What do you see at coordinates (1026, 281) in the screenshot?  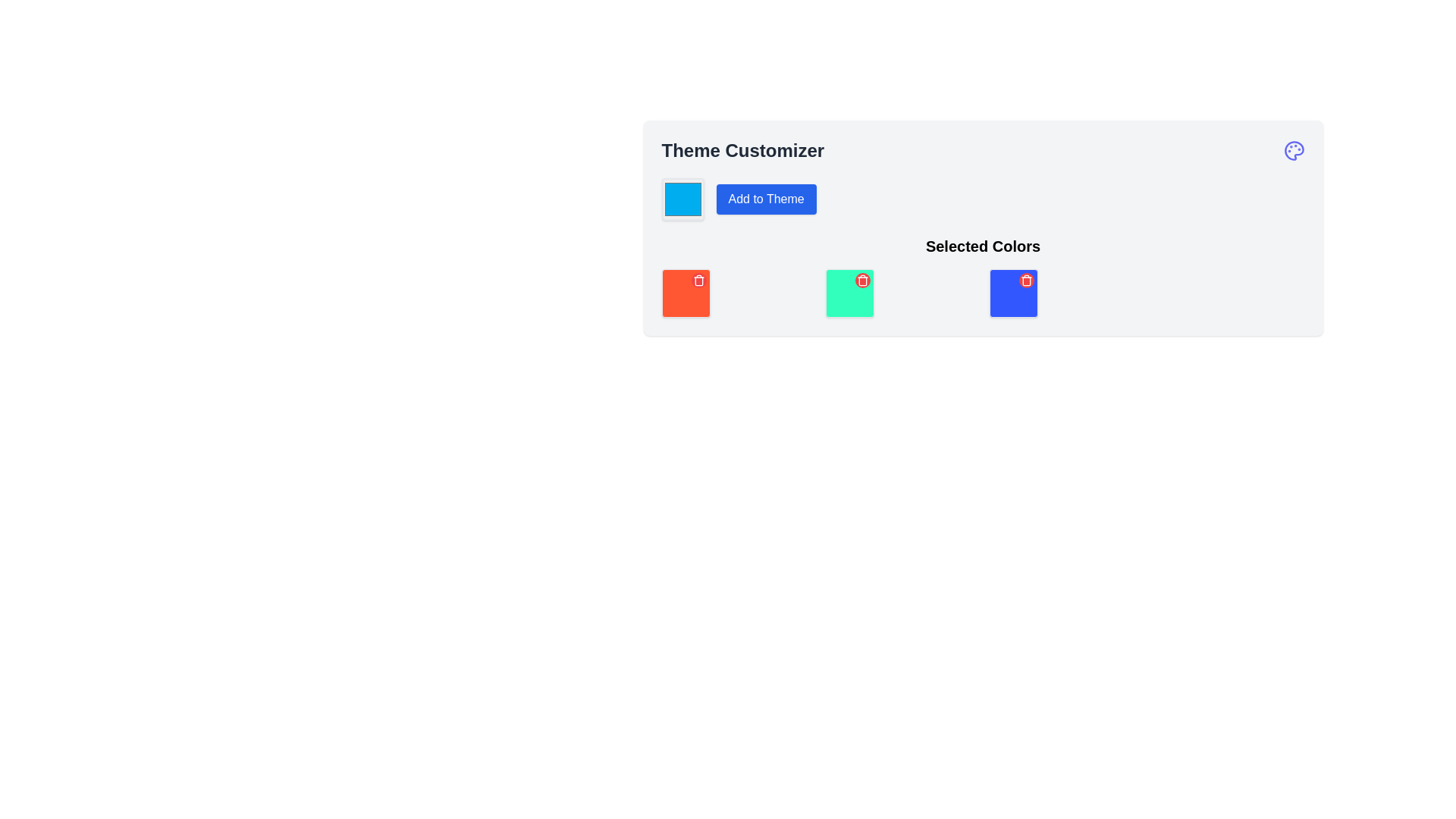 I see `the trash icon in the top-right corner of the blue color block under the 'Selected Colors' section` at bounding box center [1026, 281].